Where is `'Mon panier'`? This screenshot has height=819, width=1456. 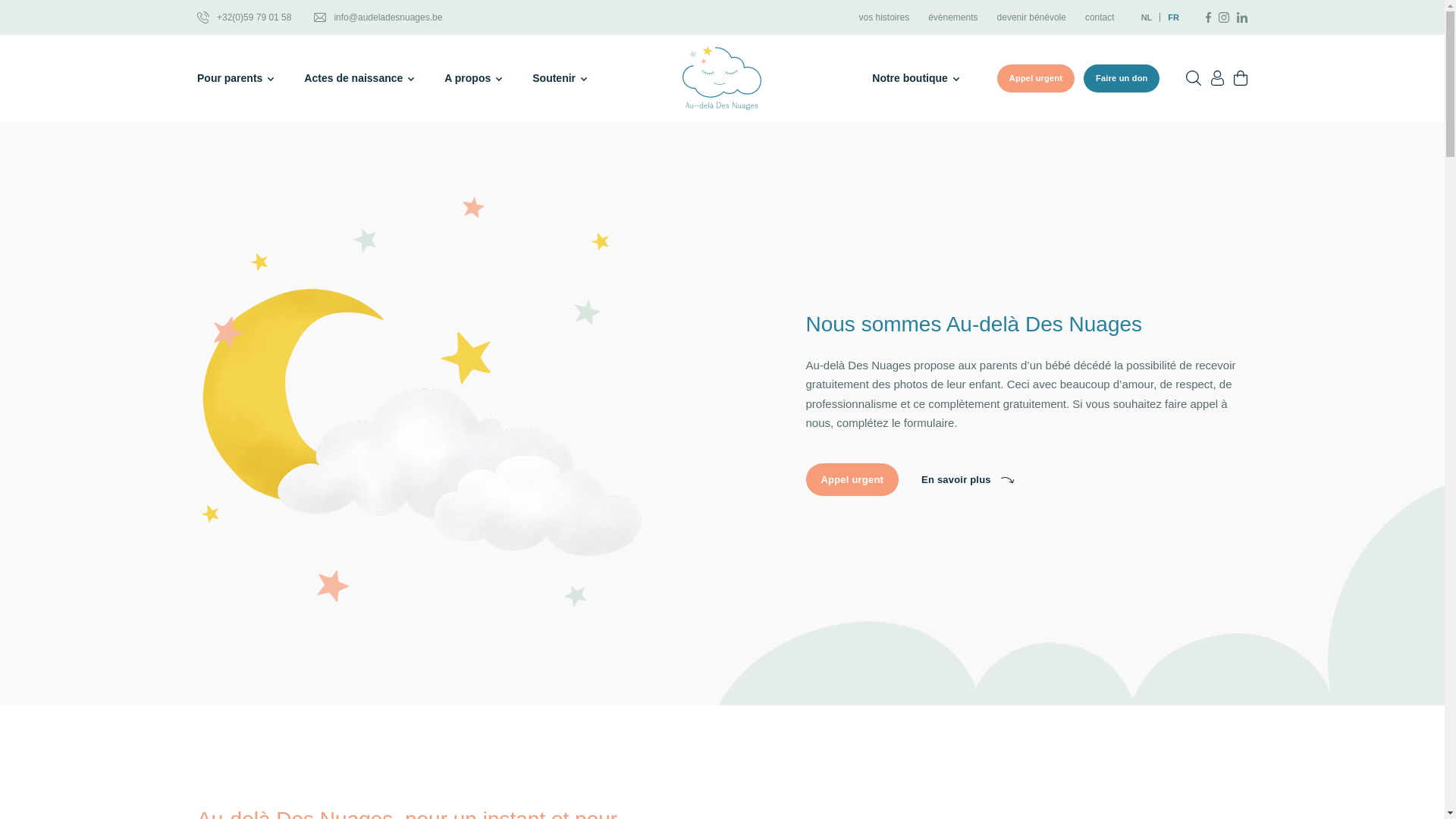
'Mon panier' is located at coordinates (1241, 78).